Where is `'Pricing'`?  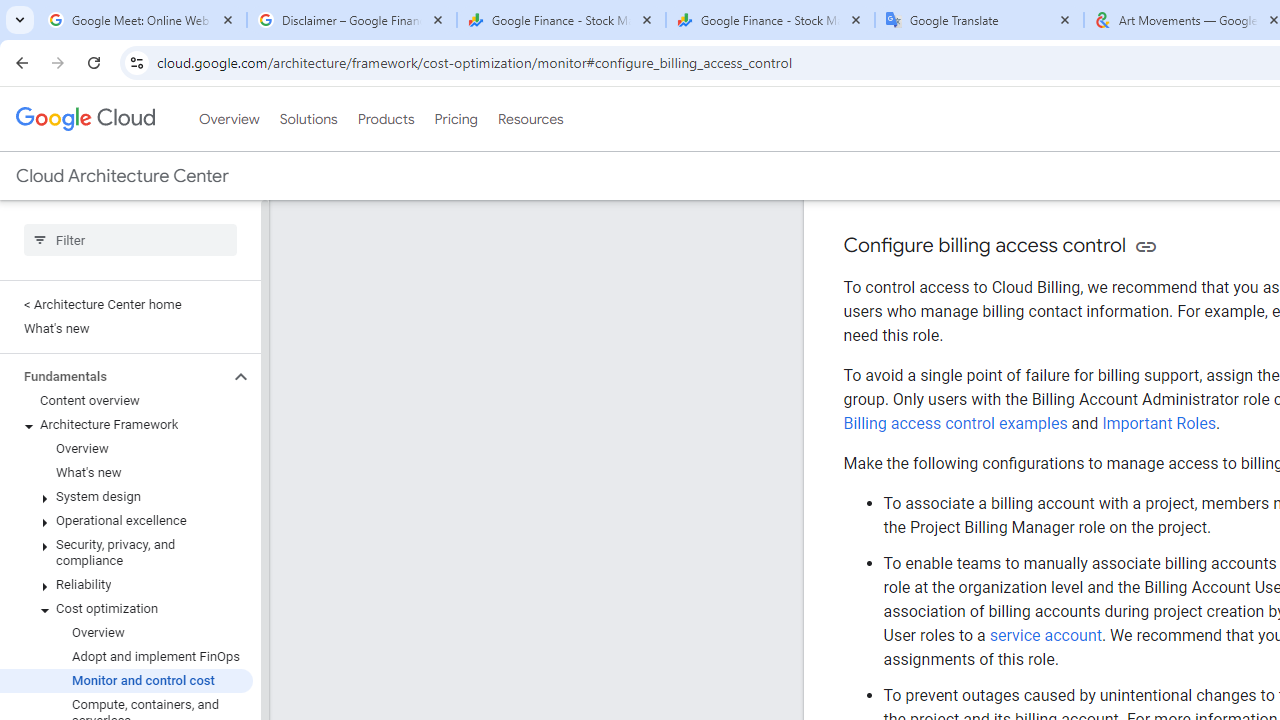 'Pricing' is located at coordinates (454, 119).